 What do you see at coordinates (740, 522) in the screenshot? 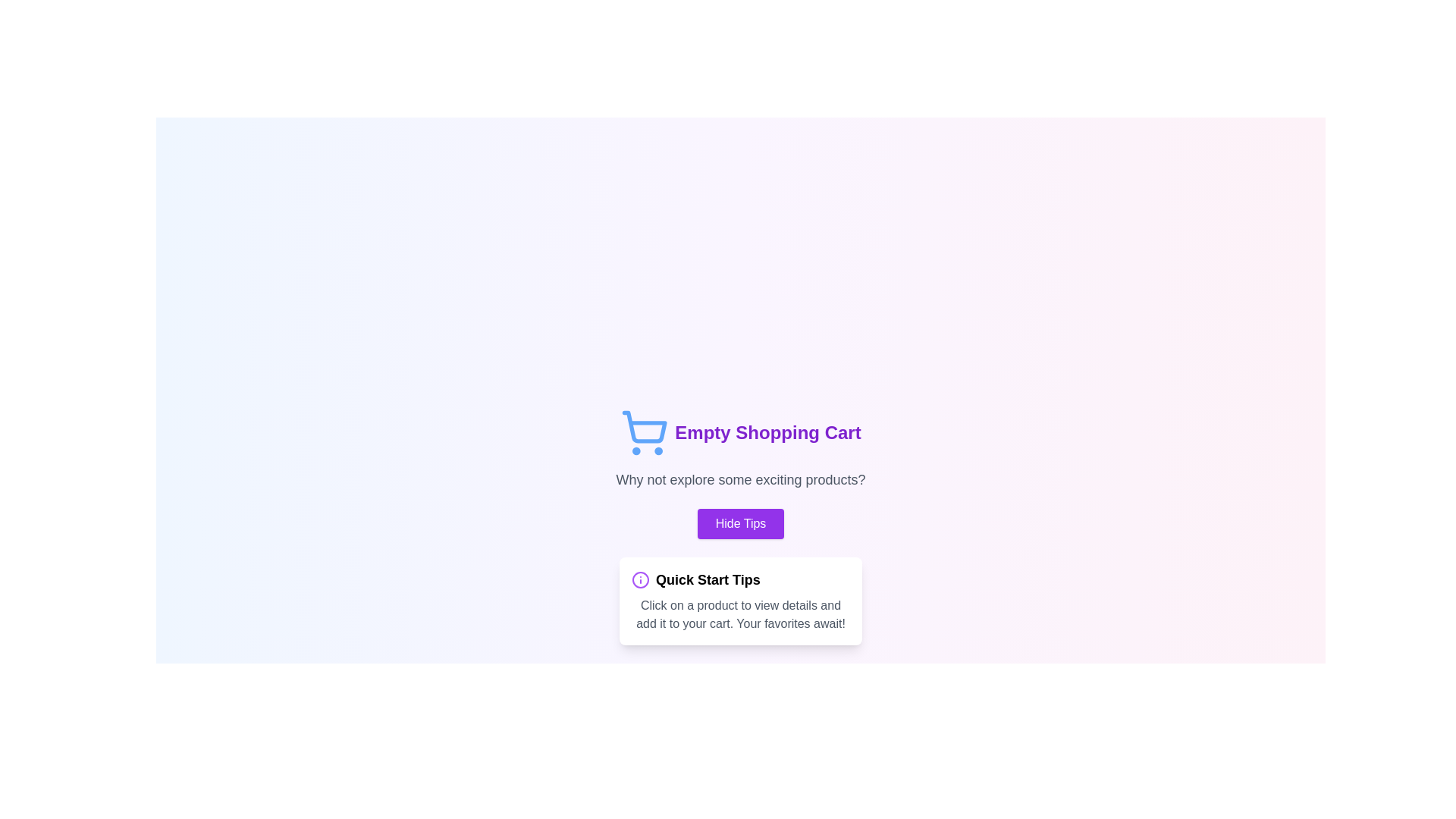
I see `the button located below the text 'Why not explore some exciting products?'` at bounding box center [740, 522].